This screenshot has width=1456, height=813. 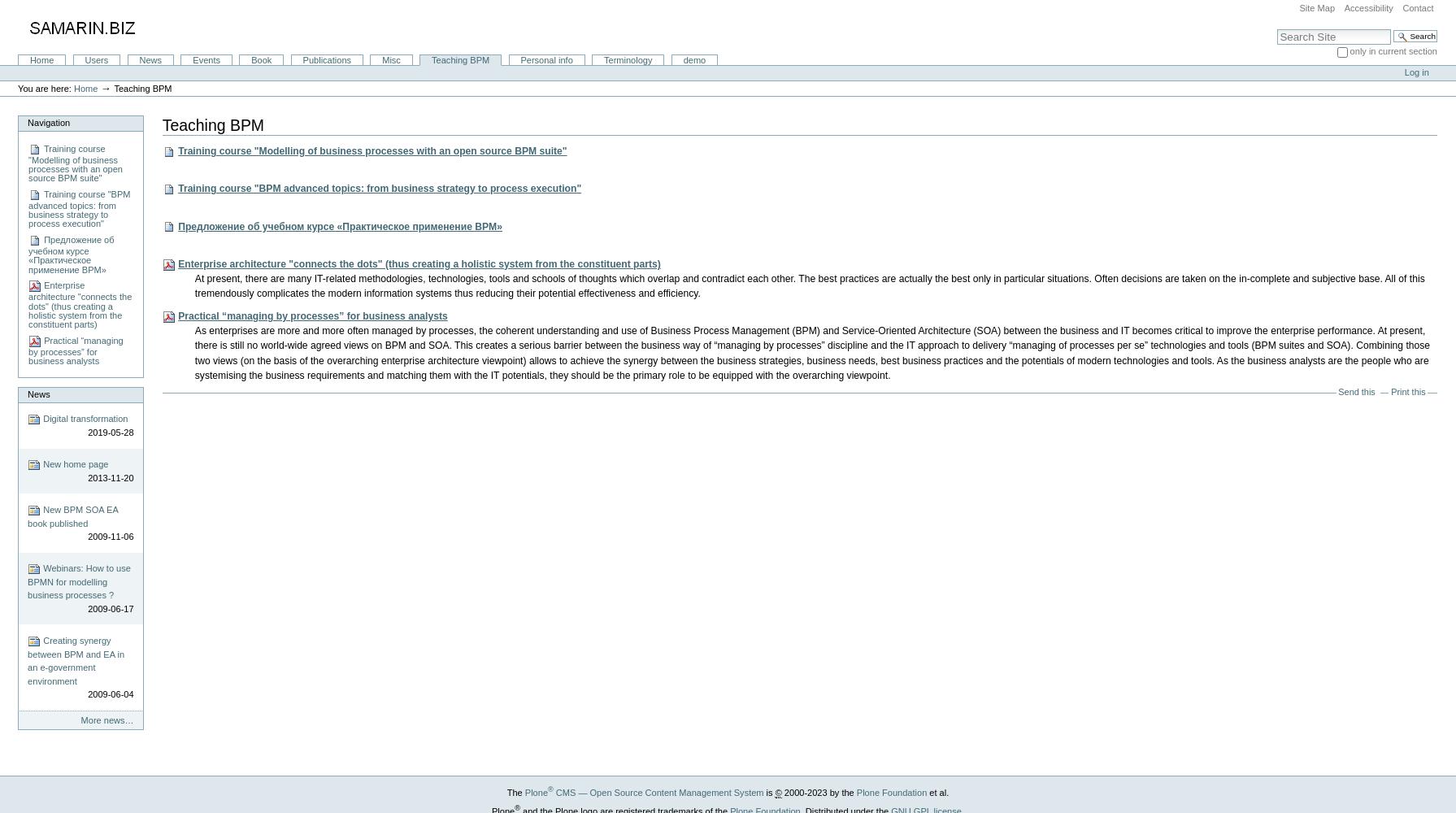 I want to click on '2009-11-06', so click(x=110, y=537).